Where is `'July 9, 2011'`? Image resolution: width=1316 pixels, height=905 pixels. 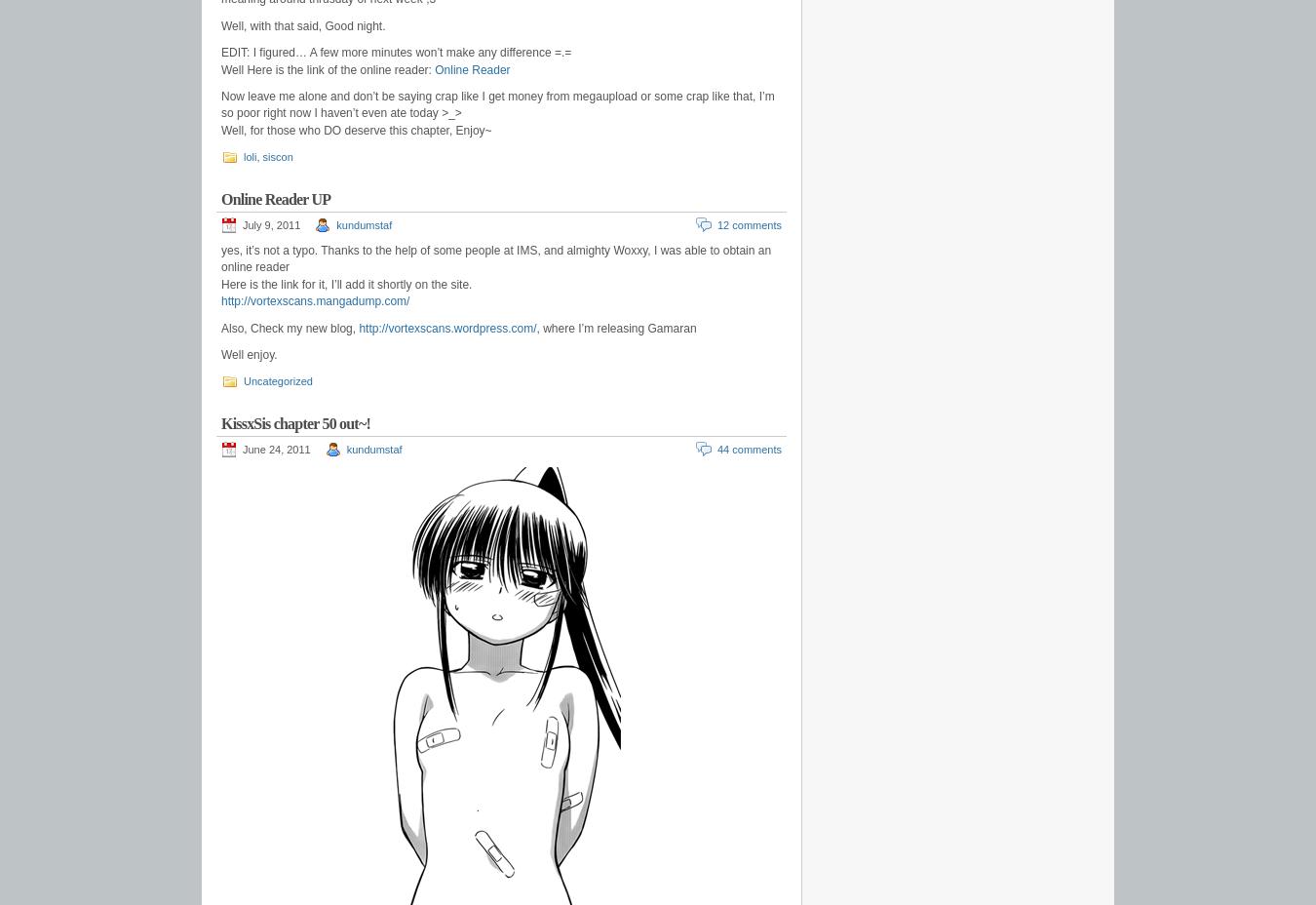
'July 9, 2011' is located at coordinates (270, 224).